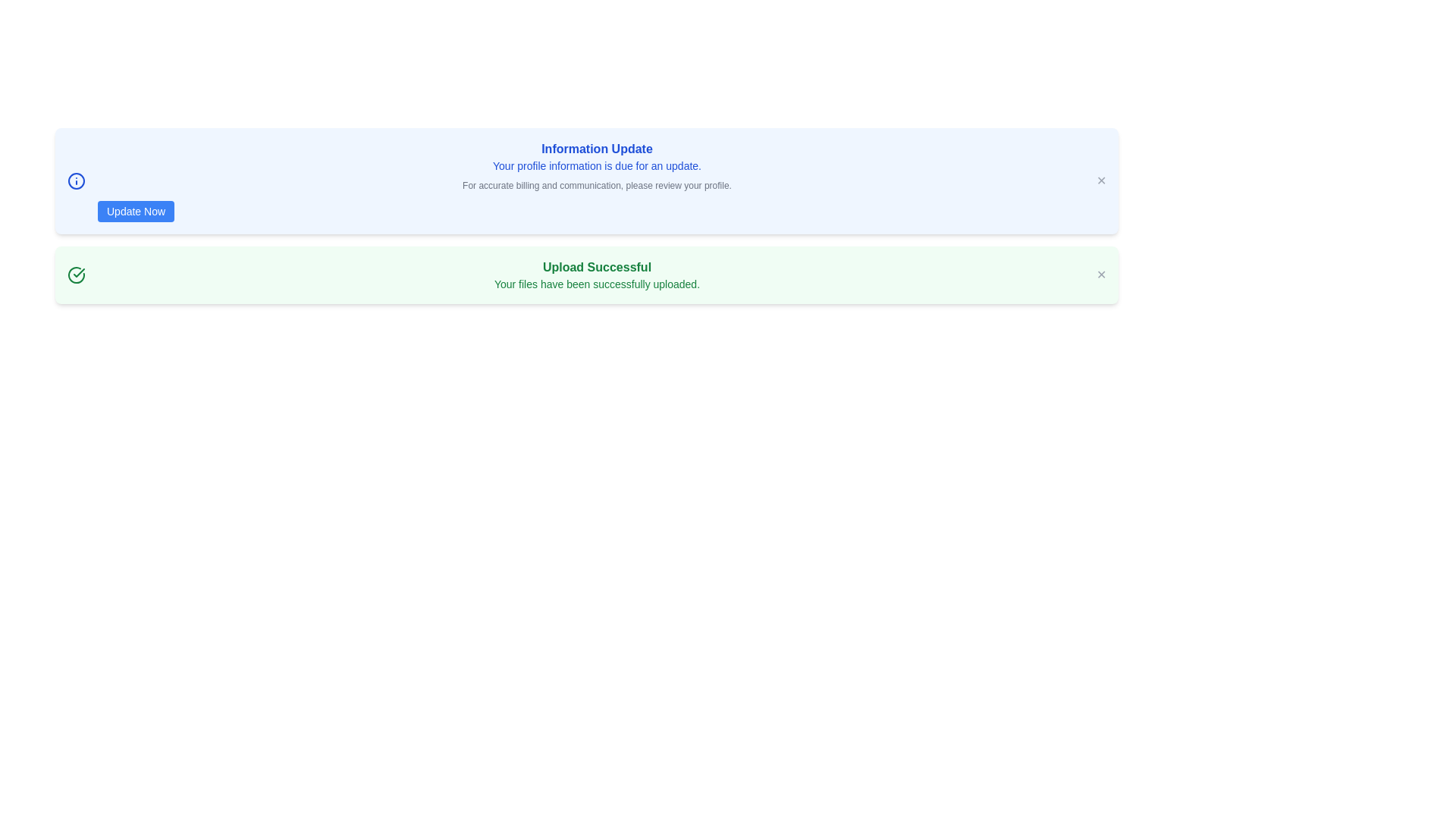  Describe the element at coordinates (1101, 275) in the screenshot. I see `the close button located at the top-right corner of the 'Upload Successful' notification` at that location.